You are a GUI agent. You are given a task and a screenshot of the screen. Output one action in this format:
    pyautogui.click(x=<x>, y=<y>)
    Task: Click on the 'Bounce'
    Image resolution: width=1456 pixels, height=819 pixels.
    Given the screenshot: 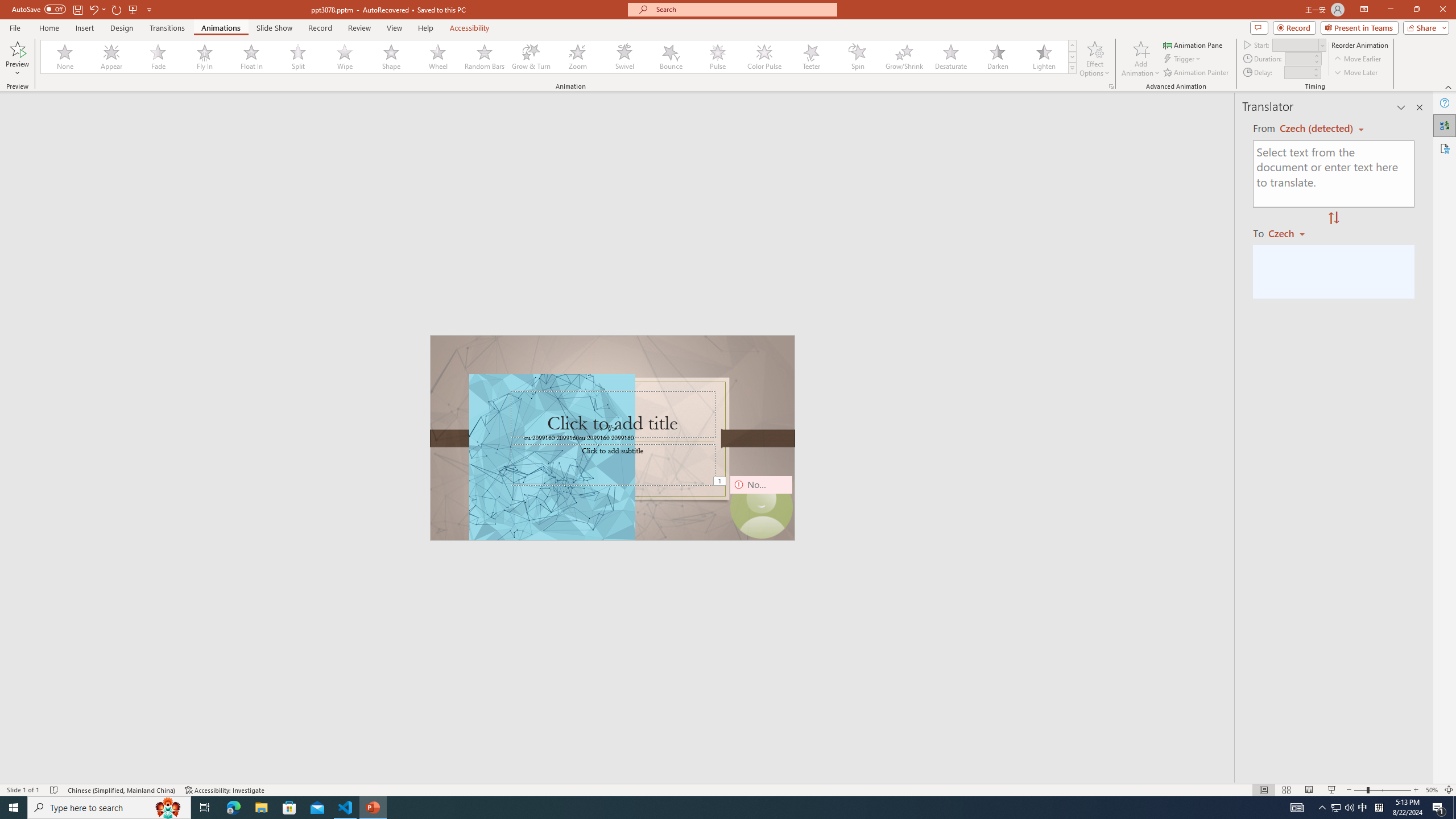 What is the action you would take?
    pyautogui.click(x=671, y=56)
    